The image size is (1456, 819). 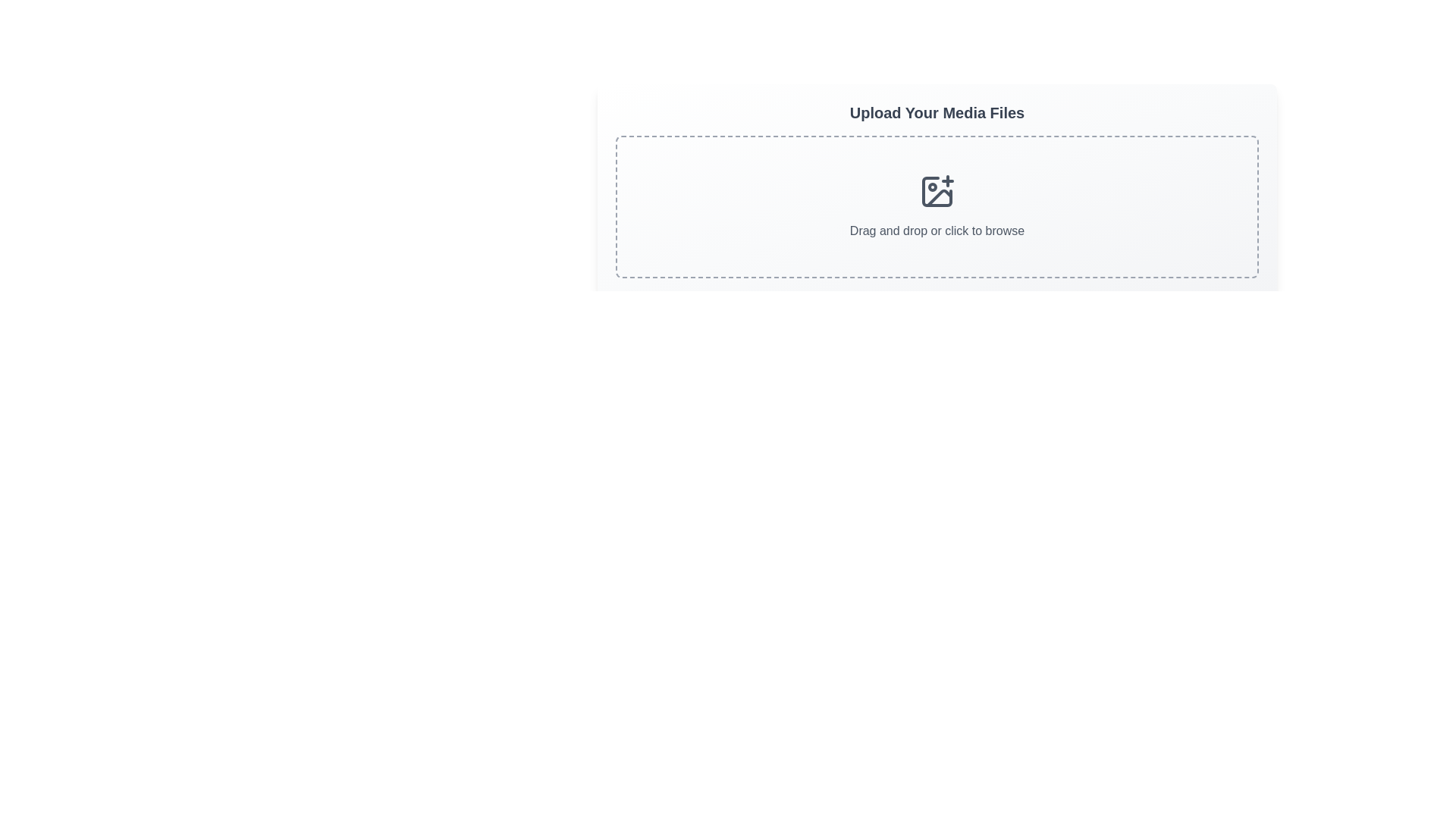 What do you see at coordinates (937, 191) in the screenshot?
I see `the graphical icon resembling a media upload symbol with a plus sign, located in the center-right of the upload media section to trigger a tooltip or highlight effect` at bounding box center [937, 191].